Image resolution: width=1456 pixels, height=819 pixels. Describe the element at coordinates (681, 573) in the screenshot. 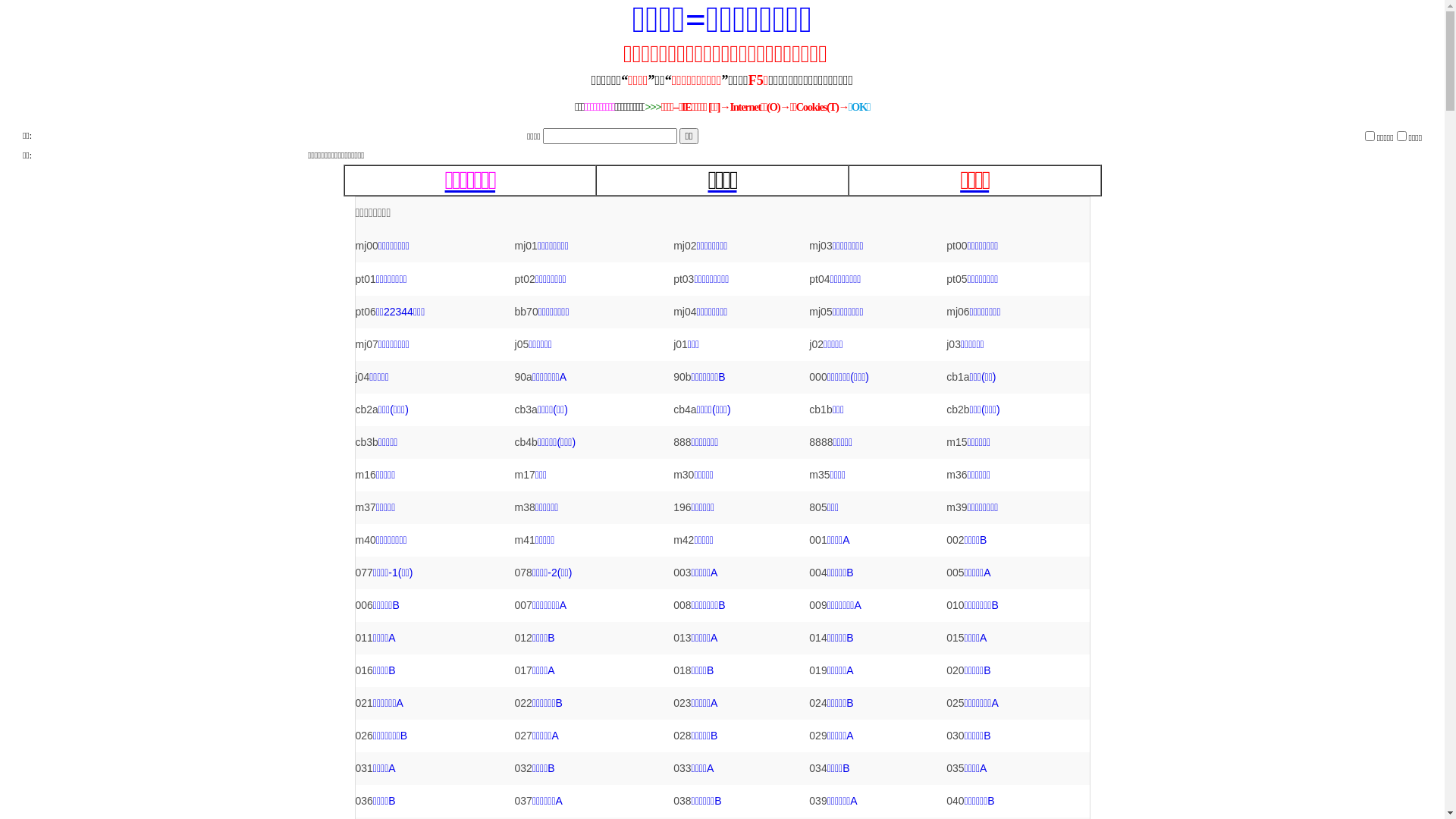

I see `'003'` at that location.